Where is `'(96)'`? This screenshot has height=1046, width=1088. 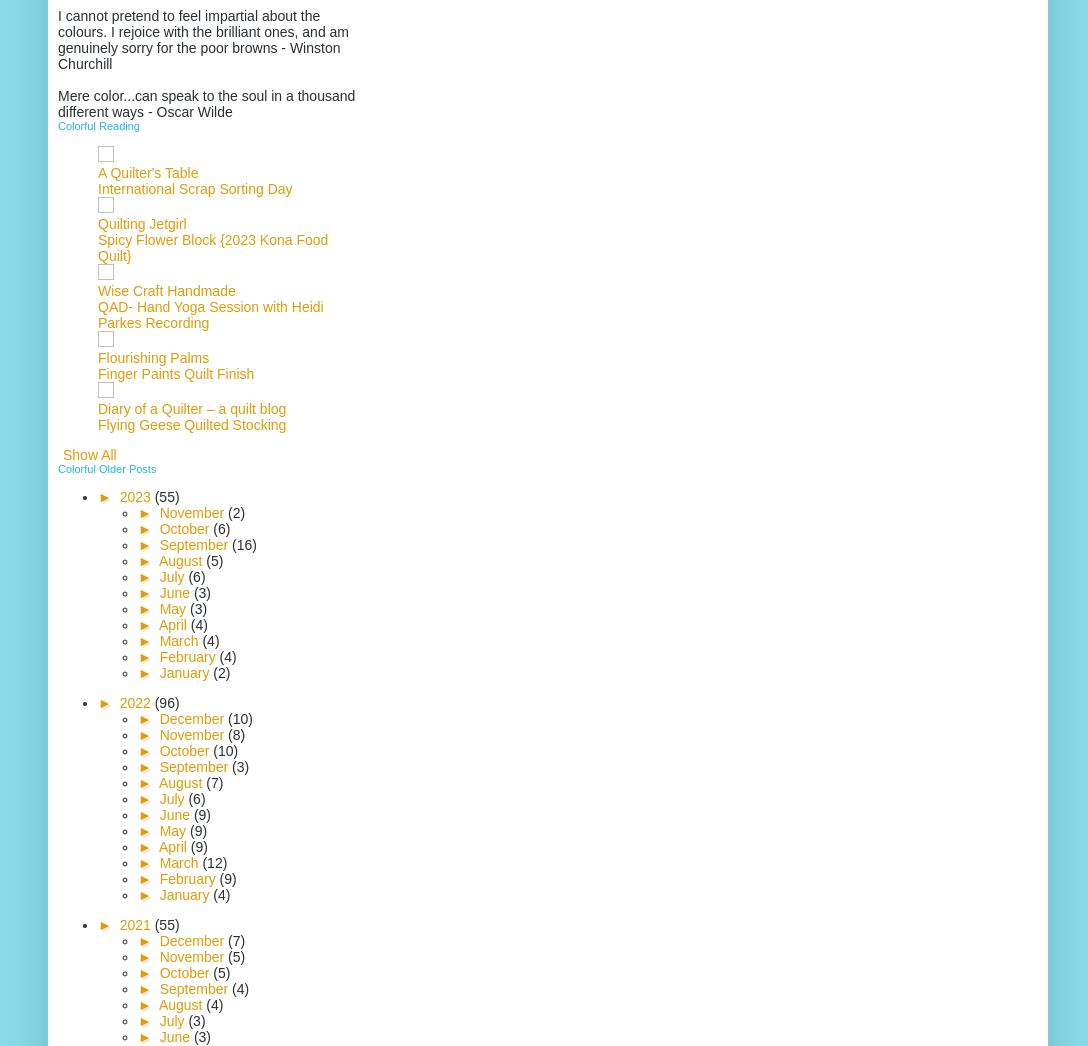
'(96)' is located at coordinates (165, 703).